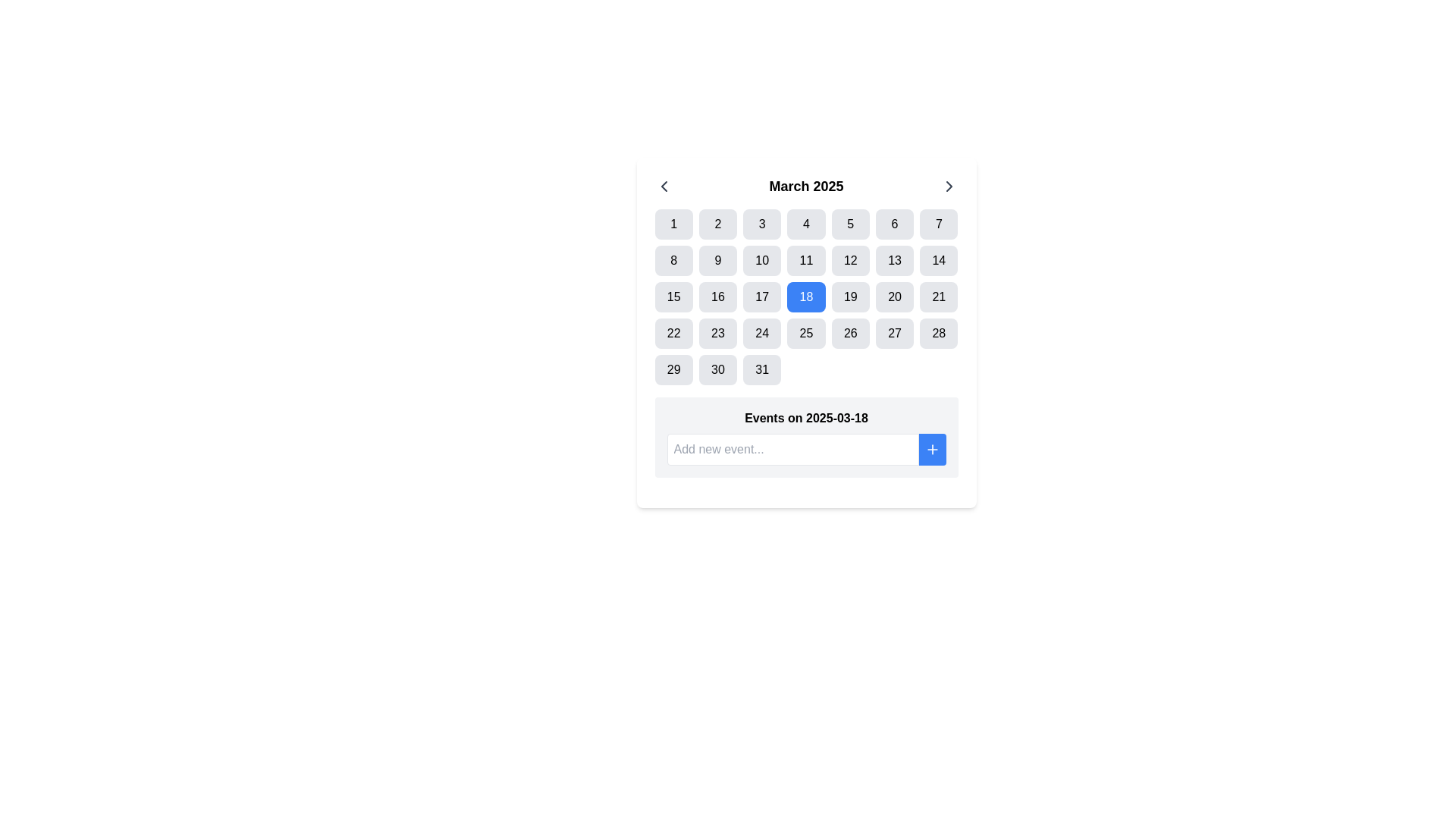  What do you see at coordinates (762, 370) in the screenshot?
I see `the selectable day button located in the last row and last column of the calendar grid` at bounding box center [762, 370].